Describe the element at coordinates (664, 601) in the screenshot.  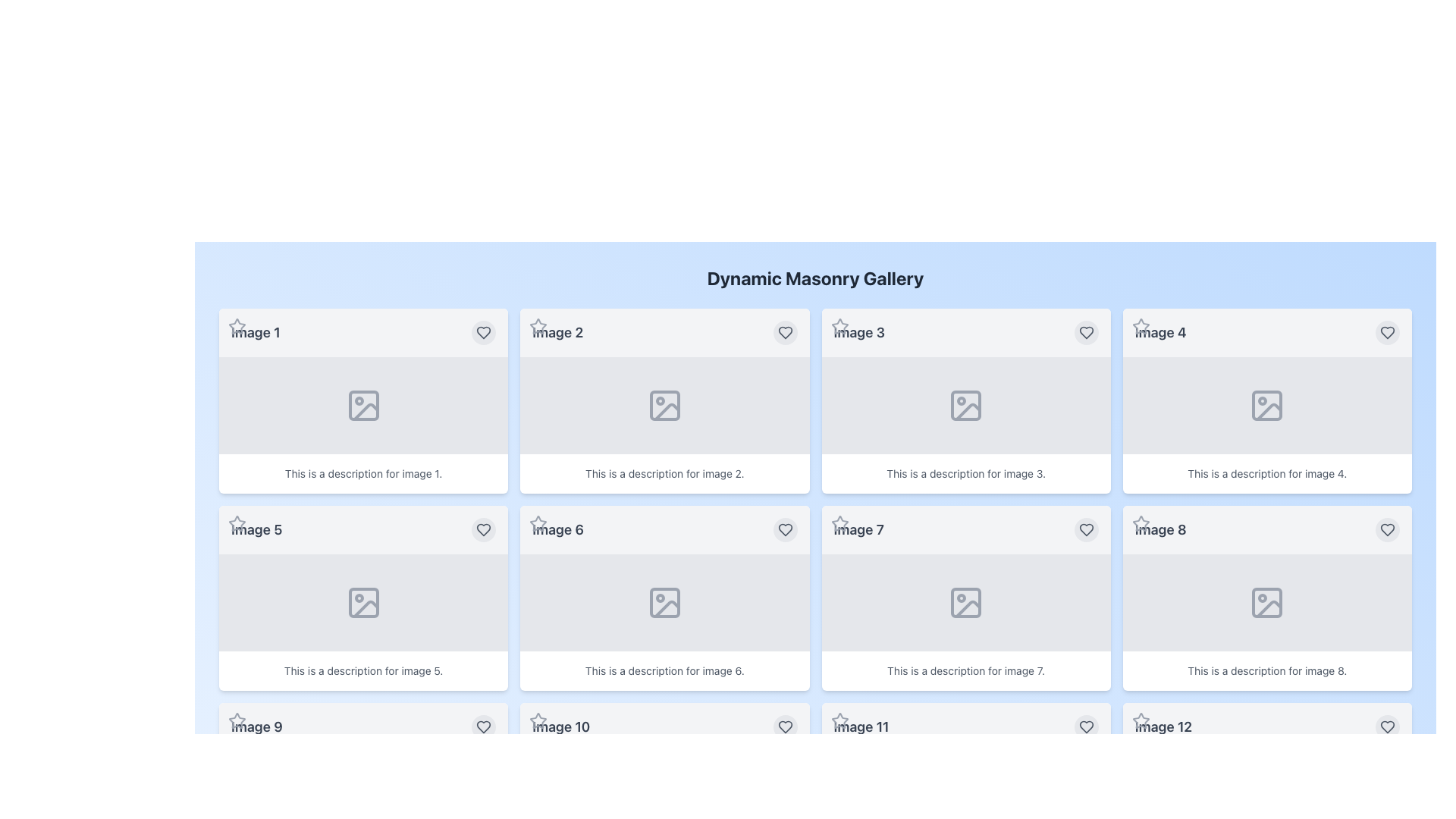
I see `SVG shape (rounded rectangle) representing the image icon located in the upper section of the 'Image 6' card` at that location.